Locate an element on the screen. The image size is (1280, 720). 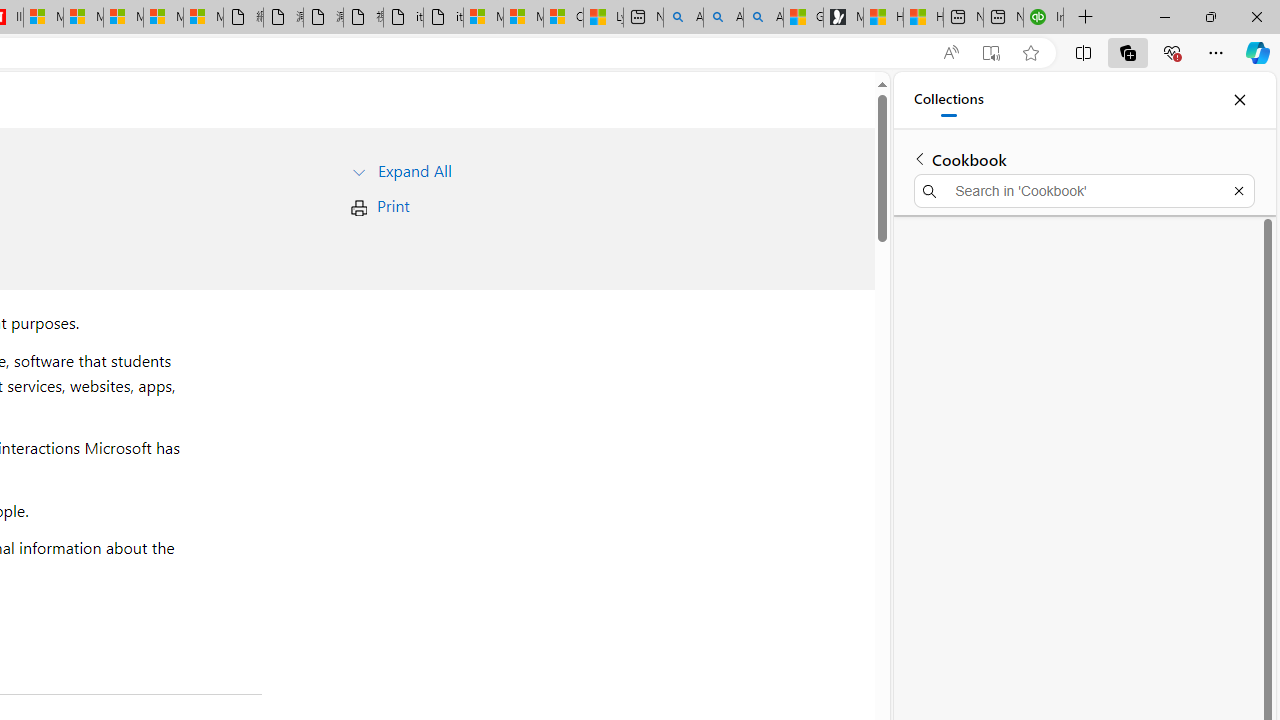
'itconcepthk.com/projector_solutions.mp4' is located at coordinates (442, 17).